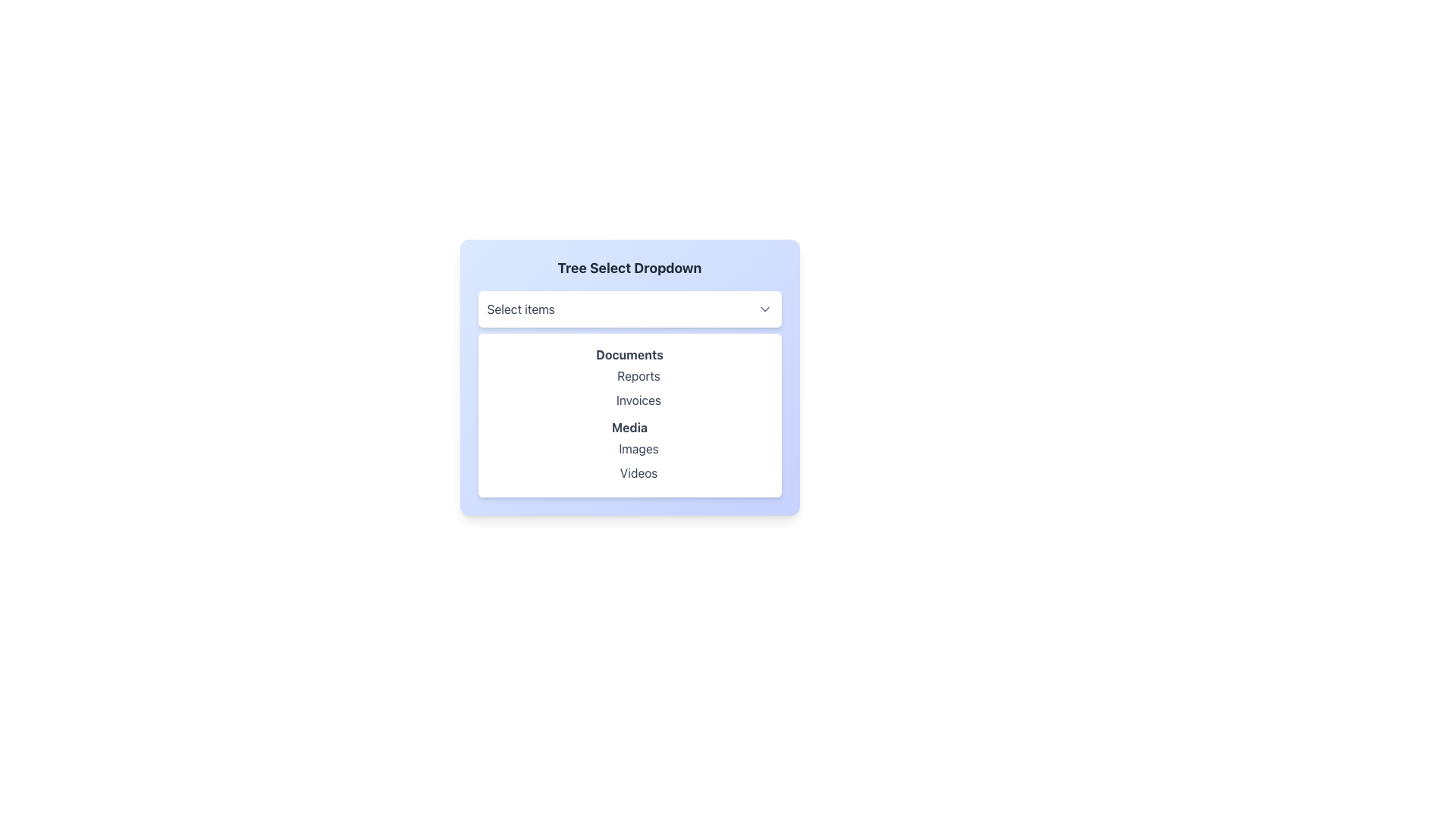 This screenshot has width=1456, height=819. Describe the element at coordinates (635, 472) in the screenshot. I see `the 'Videos' text label within the selectable list item located in the 'Media' dropdown section` at that location.